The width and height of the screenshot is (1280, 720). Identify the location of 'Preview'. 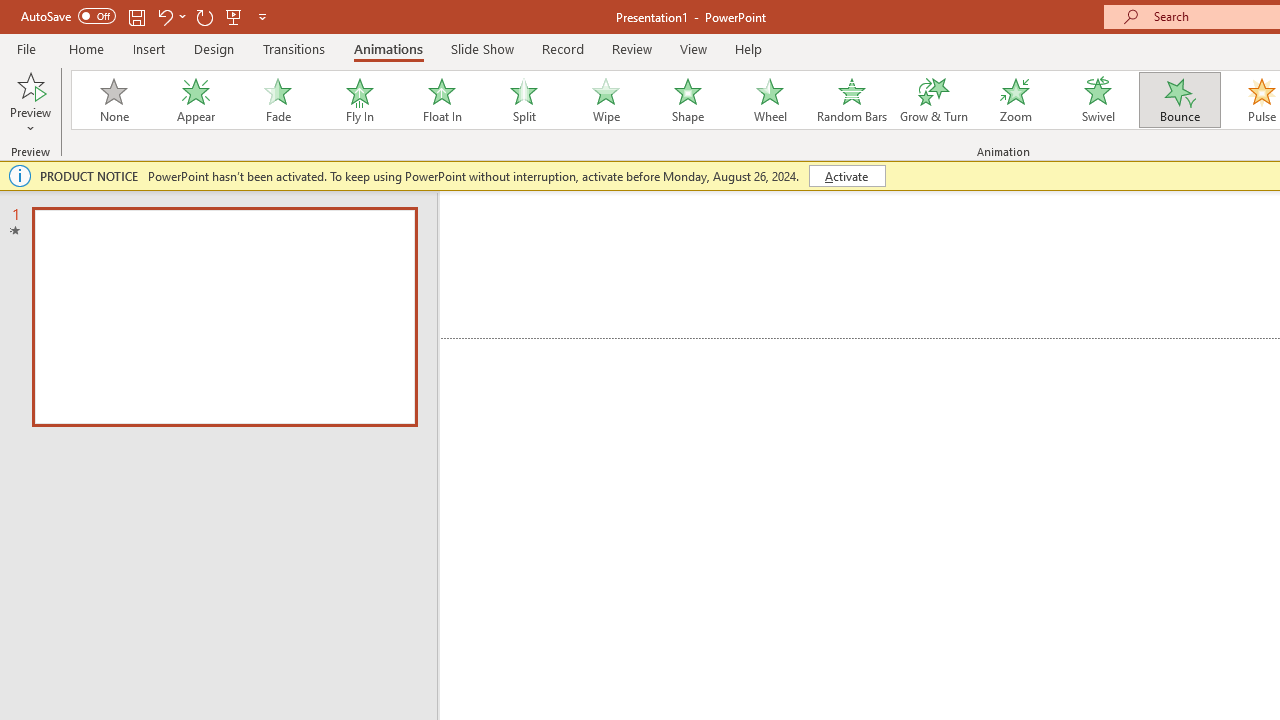
(30, 103).